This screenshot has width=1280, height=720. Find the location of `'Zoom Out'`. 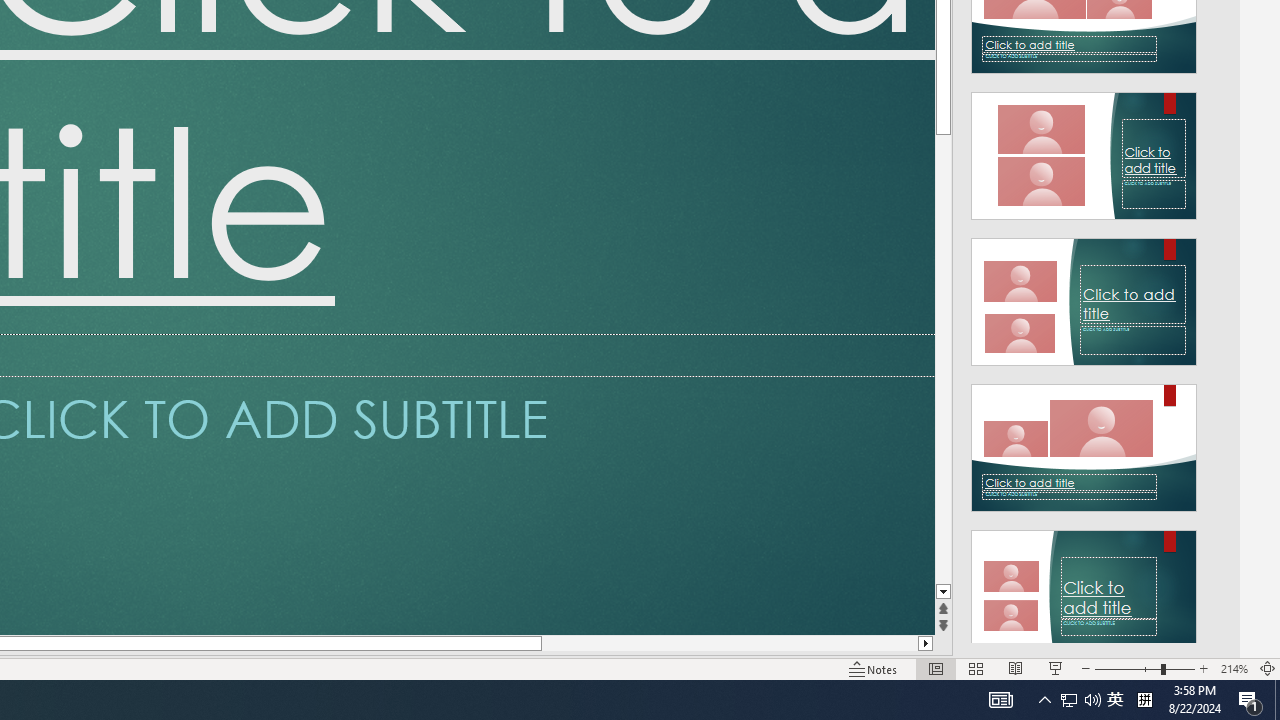

'Zoom Out' is located at coordinates (1127, 669).